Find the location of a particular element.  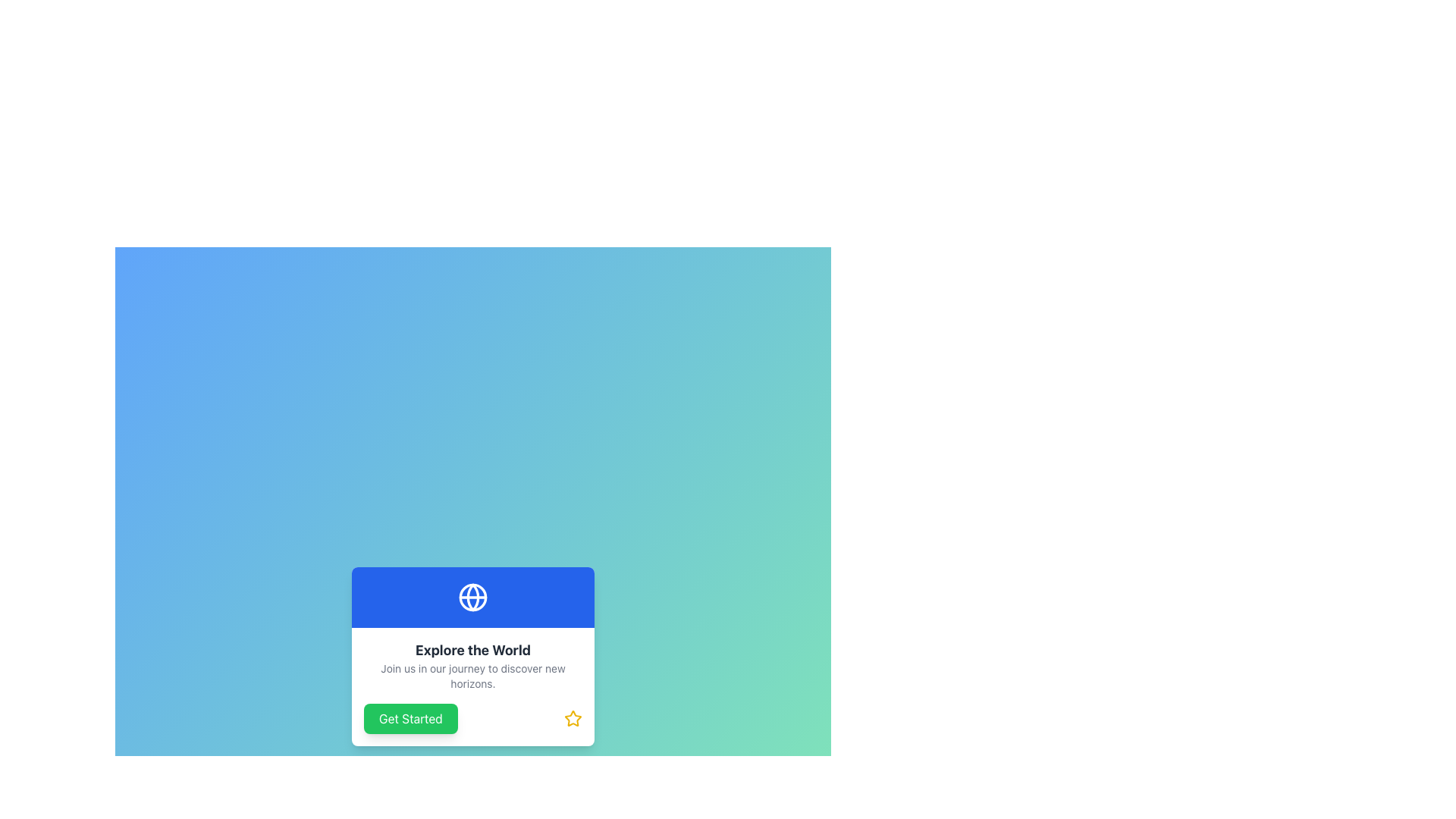

the decorative logo icon located in the blue header section of the card interface, which is positioned above the title text 'Explore the World' is located at coordinates (472, 596).